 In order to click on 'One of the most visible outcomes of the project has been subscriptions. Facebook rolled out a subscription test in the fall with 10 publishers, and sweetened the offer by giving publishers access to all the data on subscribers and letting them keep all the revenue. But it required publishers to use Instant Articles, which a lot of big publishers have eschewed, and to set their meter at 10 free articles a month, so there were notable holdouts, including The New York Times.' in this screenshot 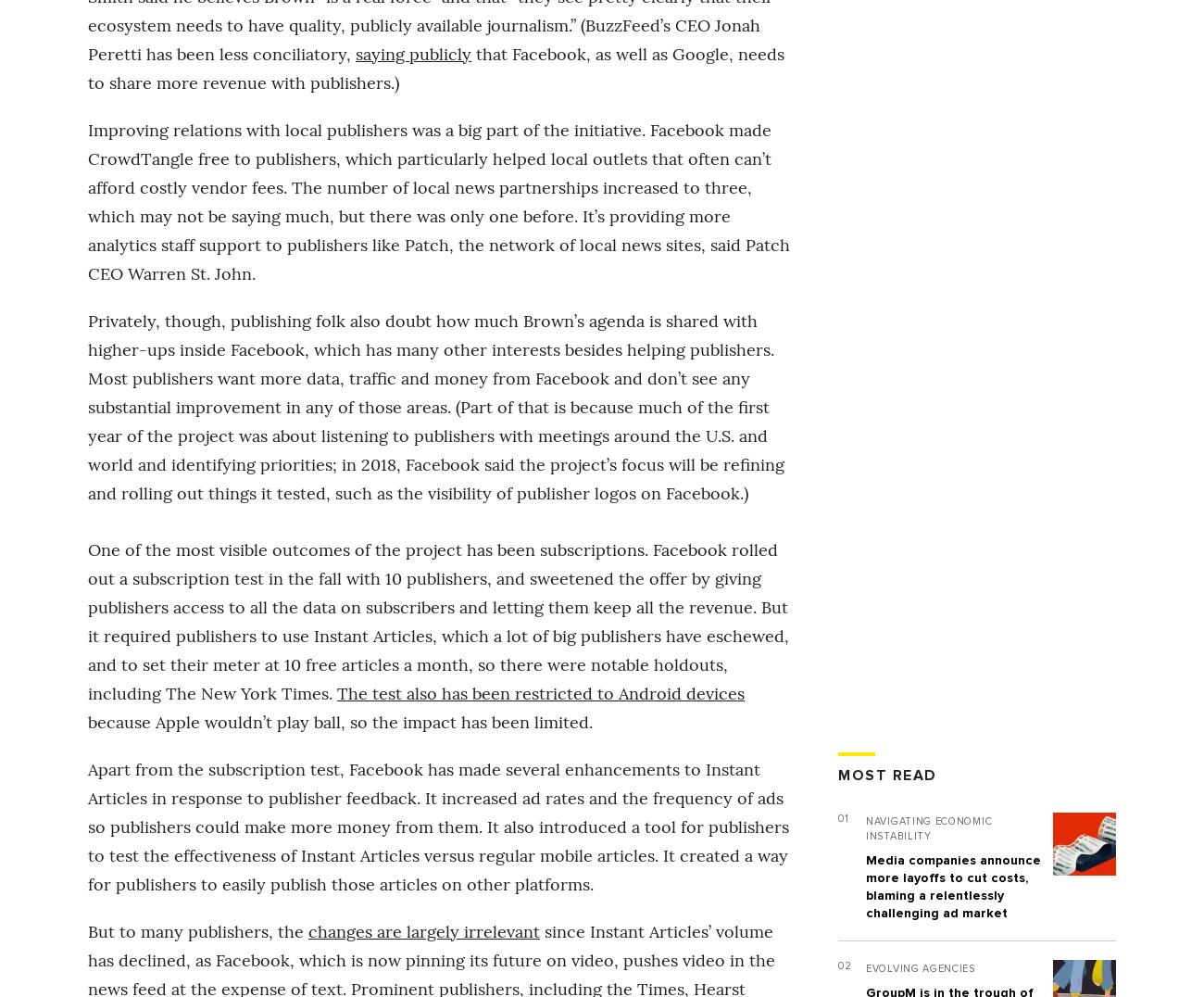, I will do `click(437, 620)`.